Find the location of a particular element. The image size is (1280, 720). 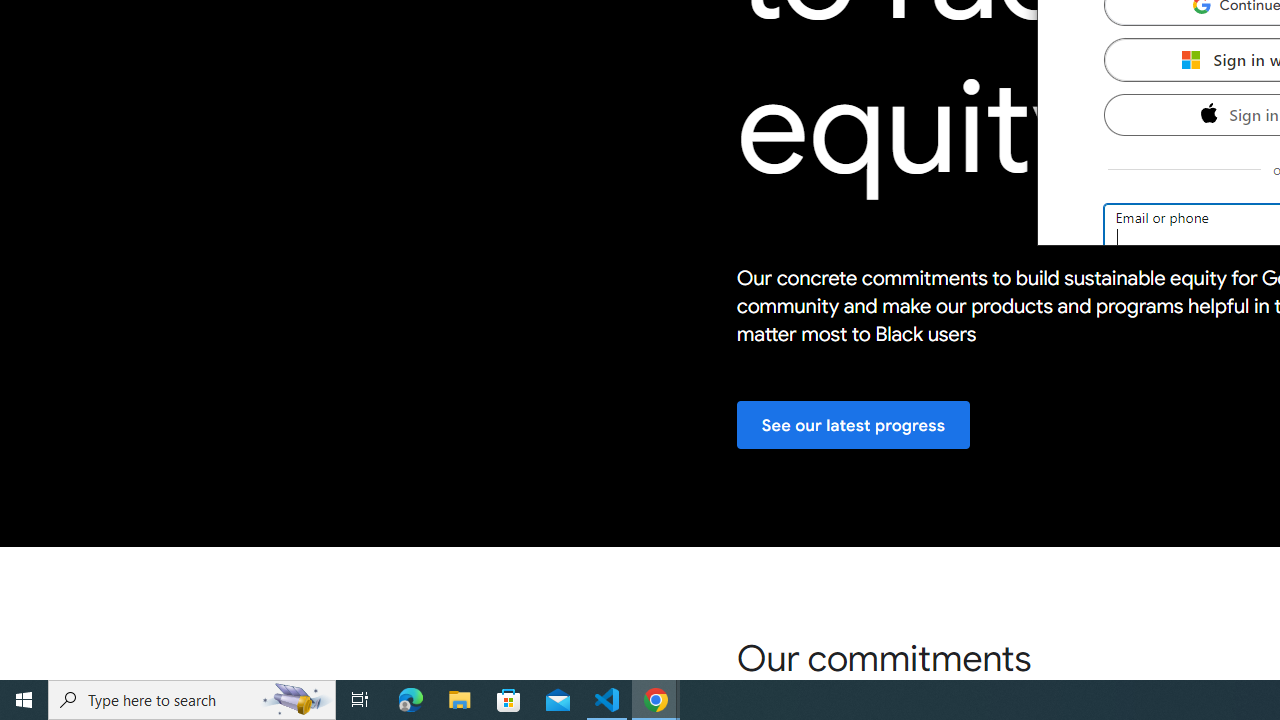

'Task View' is located at coordinates (359, 698).